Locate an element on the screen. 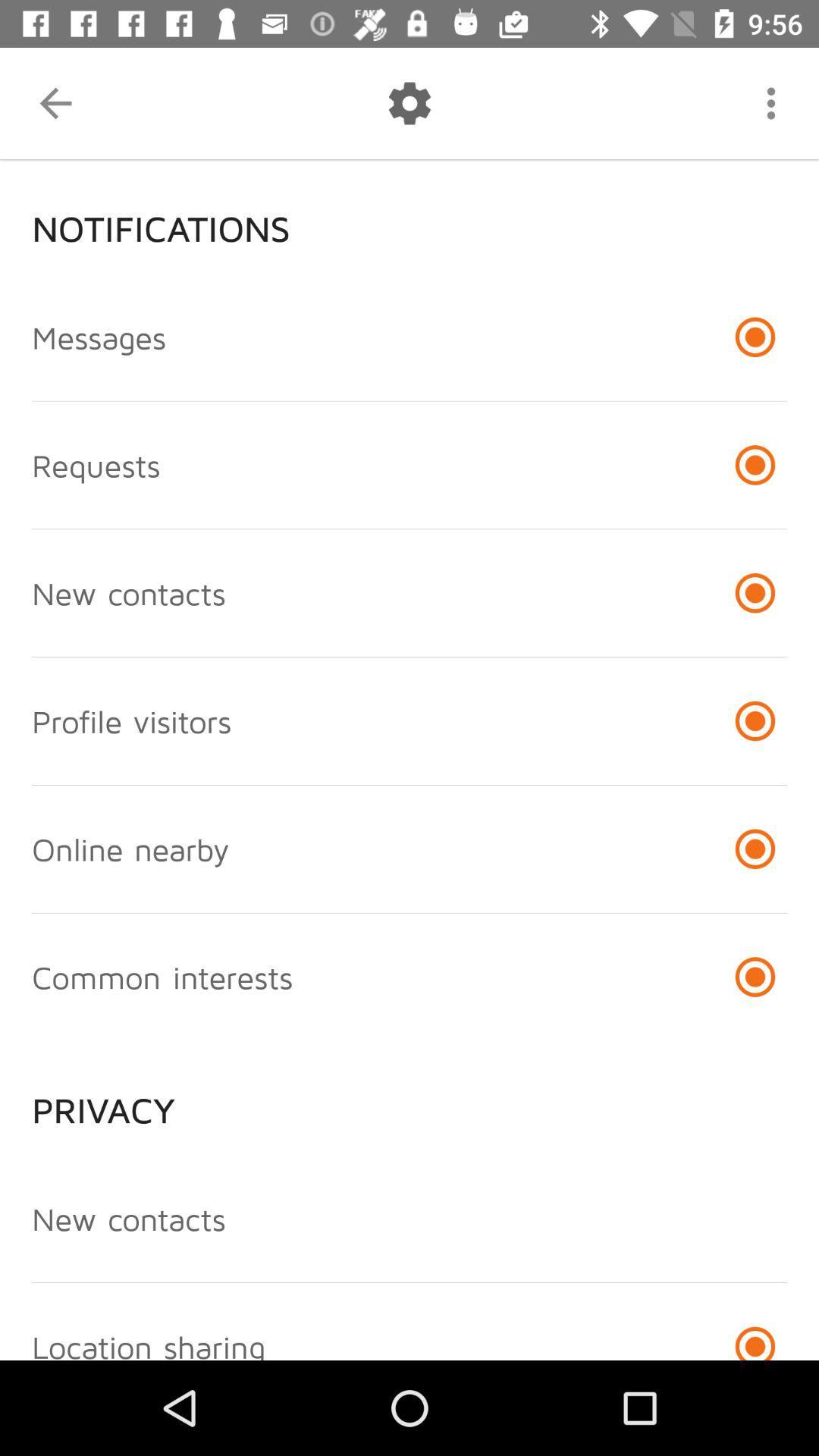  the requests is located at coordinates (96, 464).